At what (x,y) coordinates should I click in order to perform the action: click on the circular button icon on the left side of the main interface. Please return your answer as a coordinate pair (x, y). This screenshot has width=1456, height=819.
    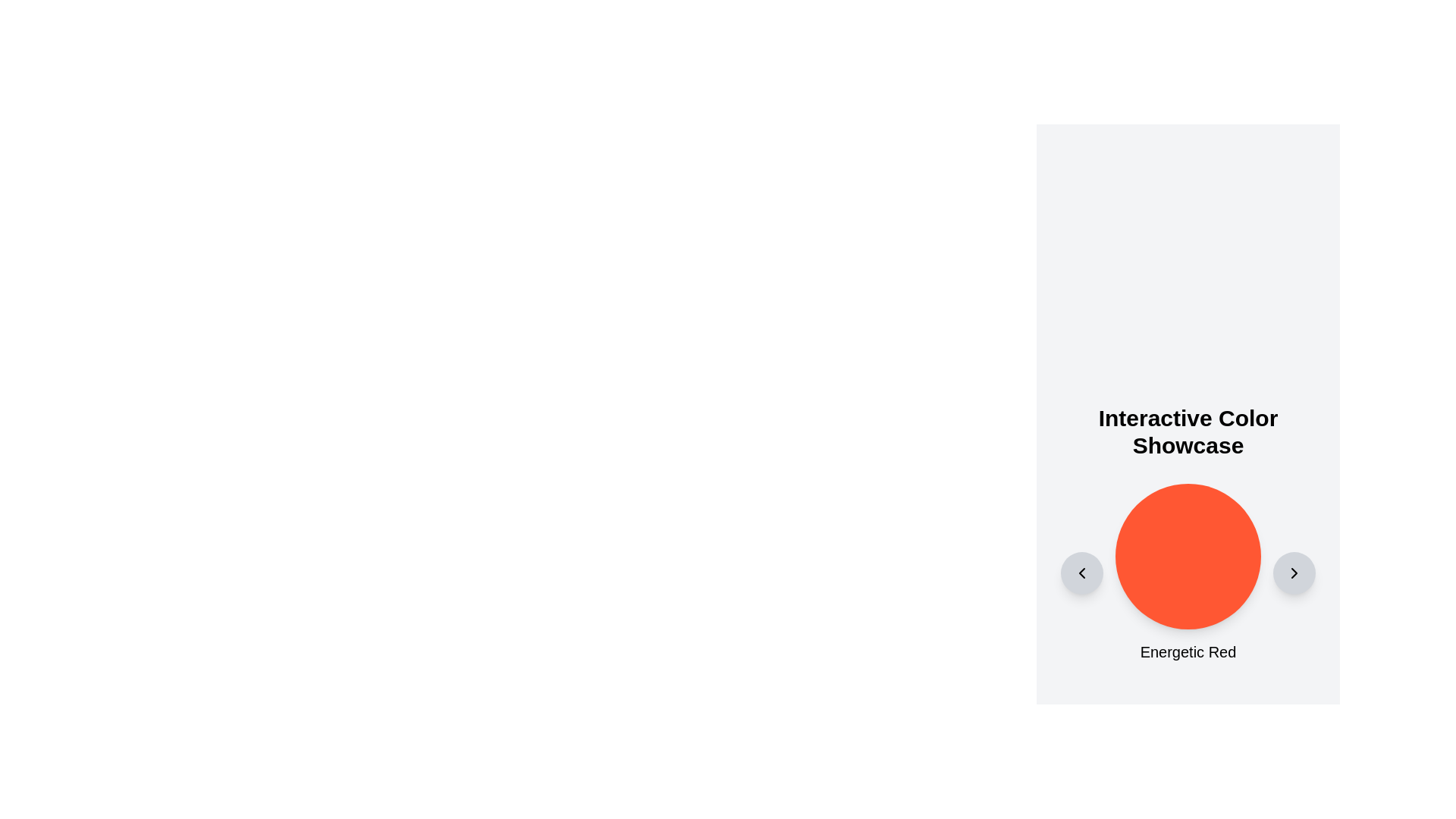
    Looking at the image, I should click on (1081, 573).